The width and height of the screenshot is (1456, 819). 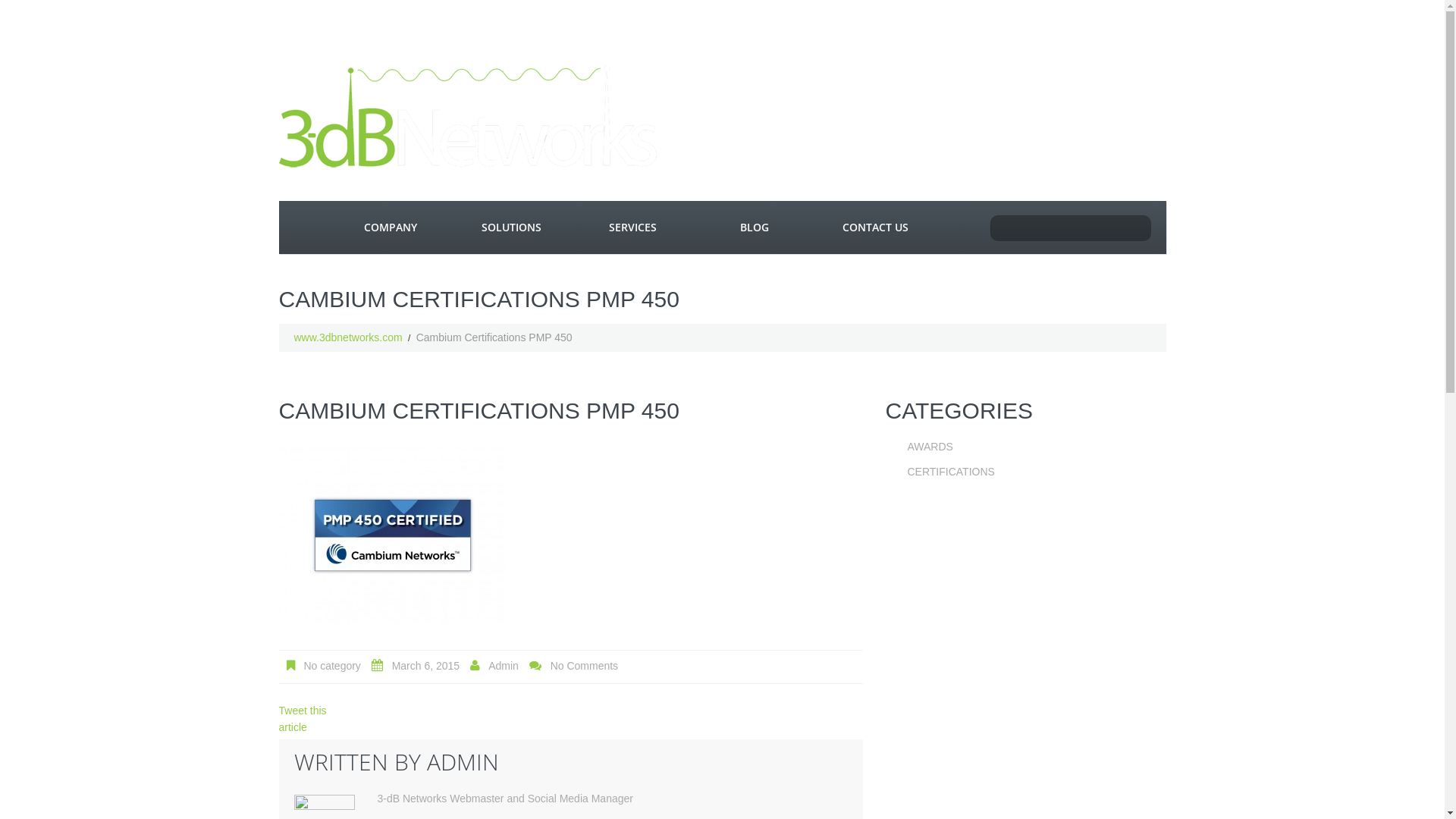 I want to click on 'BLOG', so click(x=754, y=227).